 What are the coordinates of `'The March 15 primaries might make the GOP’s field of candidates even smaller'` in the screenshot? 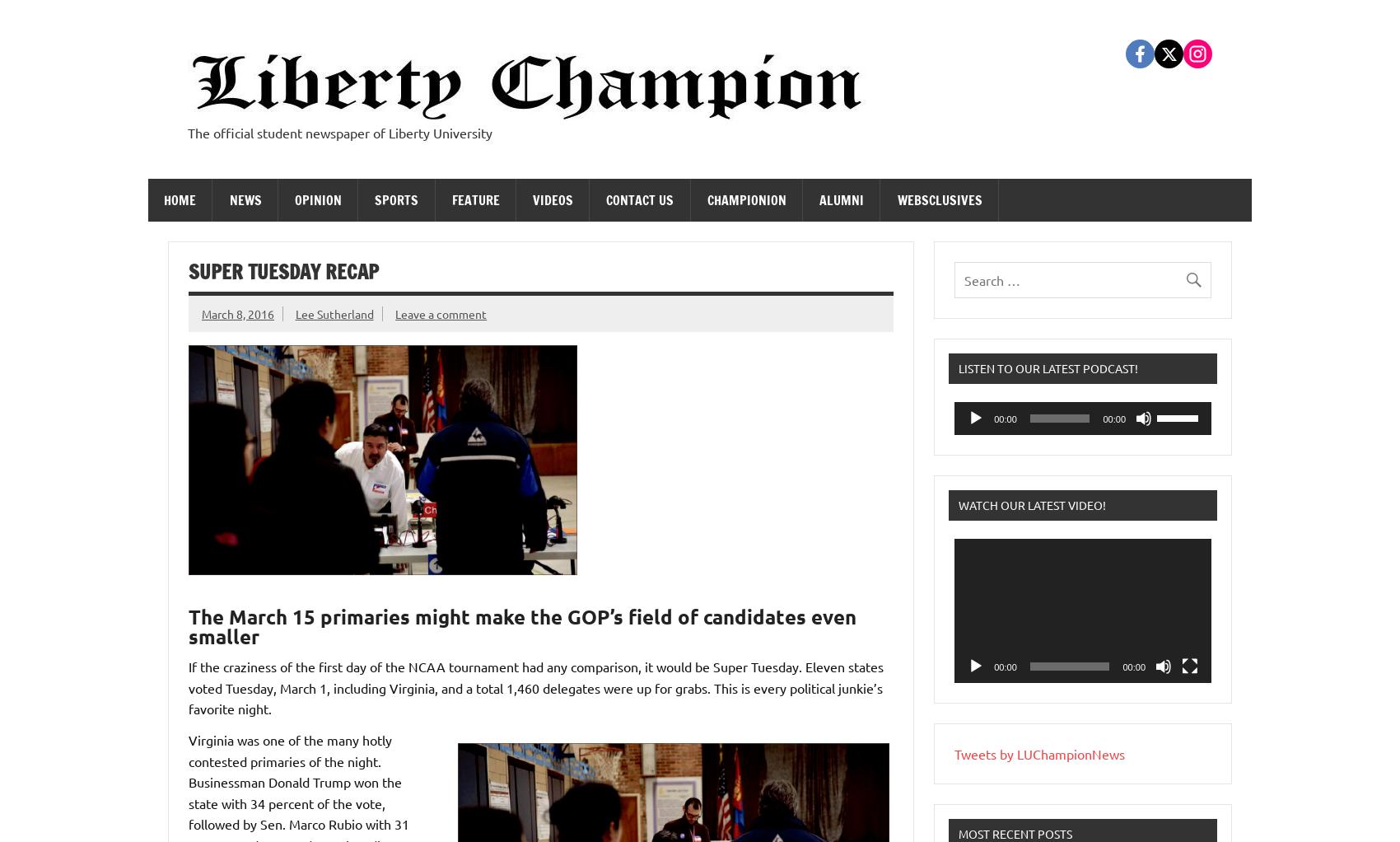 It's located at (188, 625).